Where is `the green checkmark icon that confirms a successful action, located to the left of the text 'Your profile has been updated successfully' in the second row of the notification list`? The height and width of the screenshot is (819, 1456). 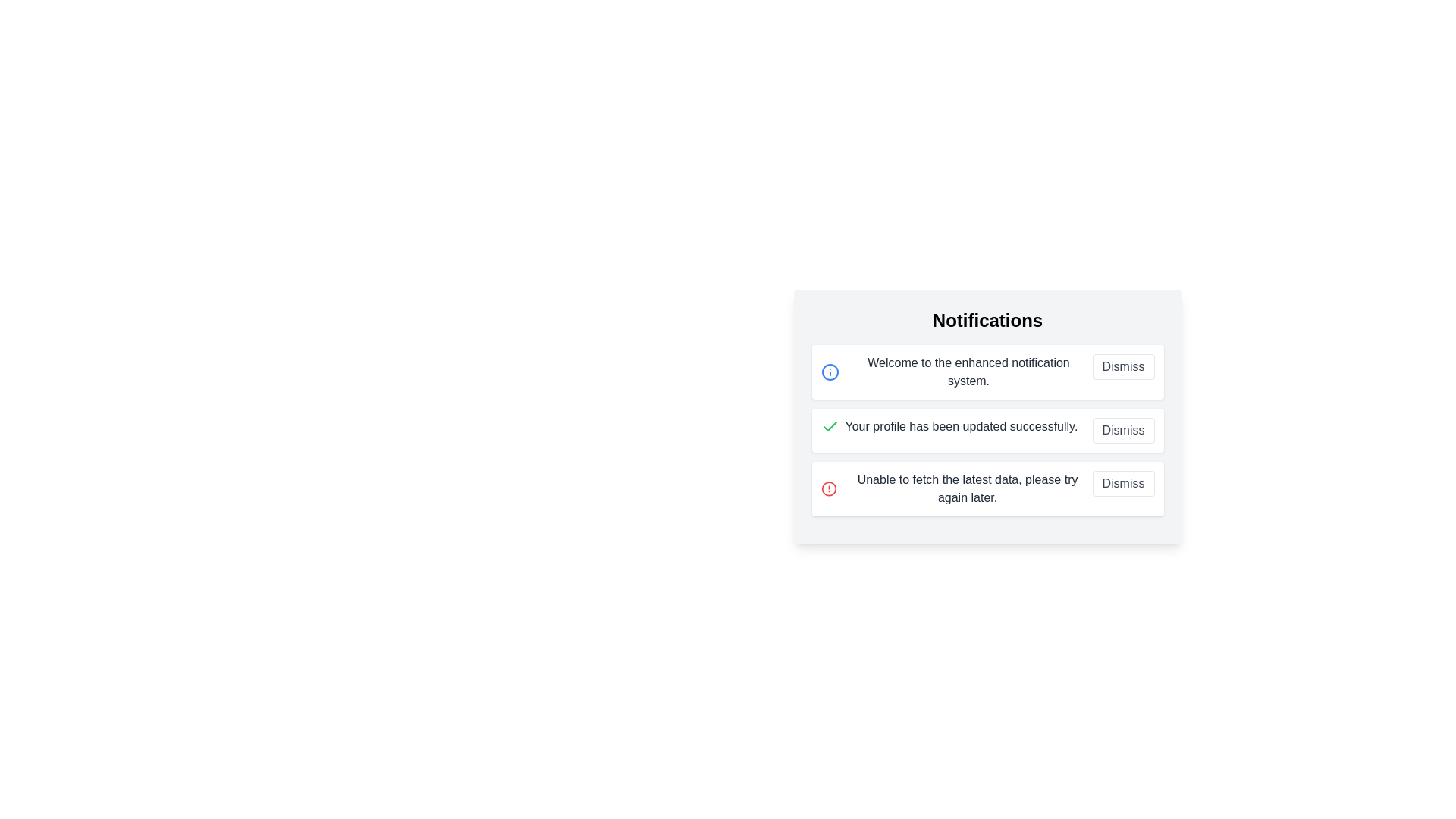 the green checkmark icon that confirms a successful action, located to the left of the text 'Your profile has been updated successfully' in the second row of the notification list is located at coordinates (829, 427).